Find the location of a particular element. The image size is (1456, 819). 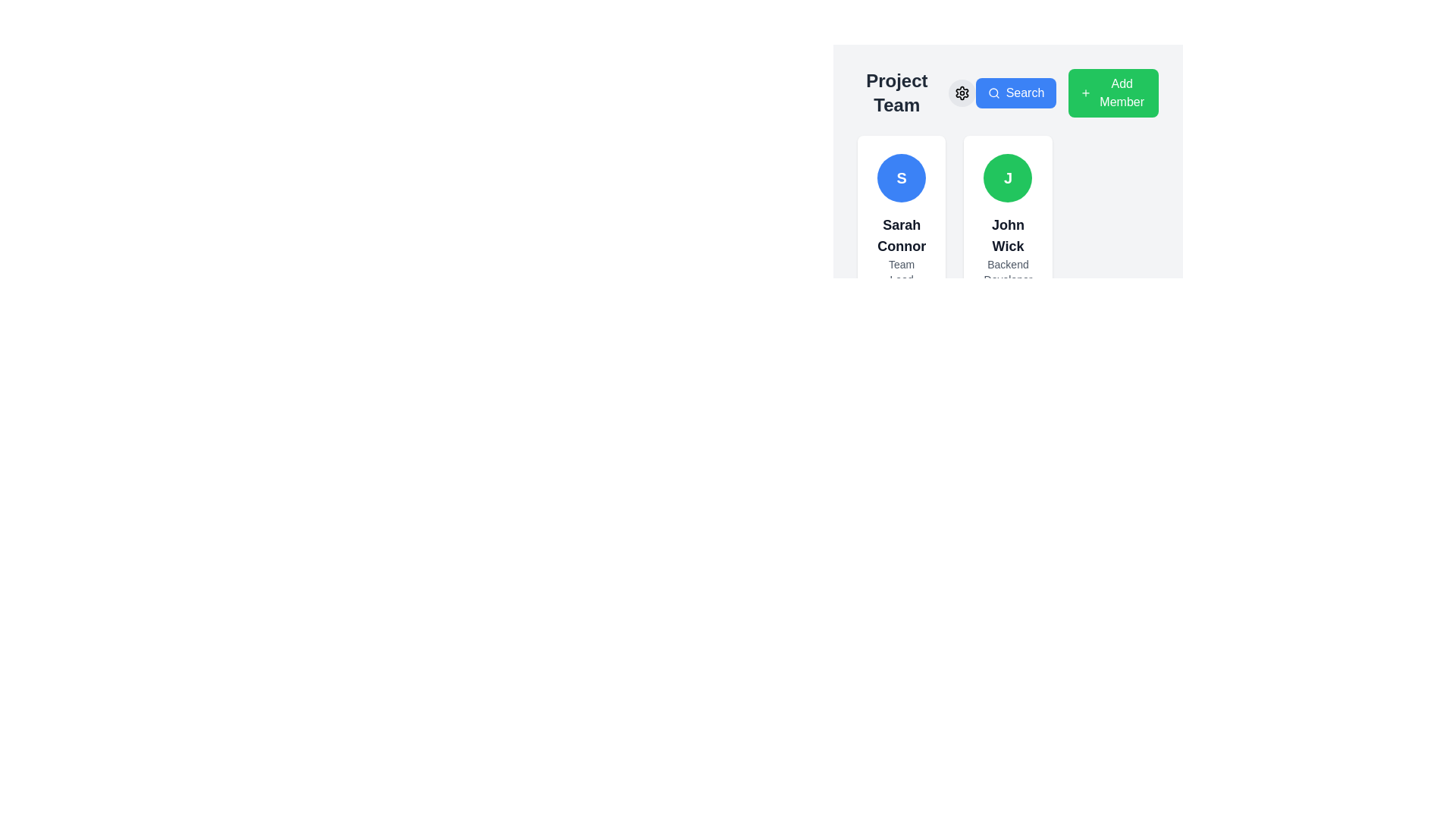

the magnifying glass icon which is part of the 'Search' button, located at the top right of the 'Project Team' section is located at coordinates (993, 93).